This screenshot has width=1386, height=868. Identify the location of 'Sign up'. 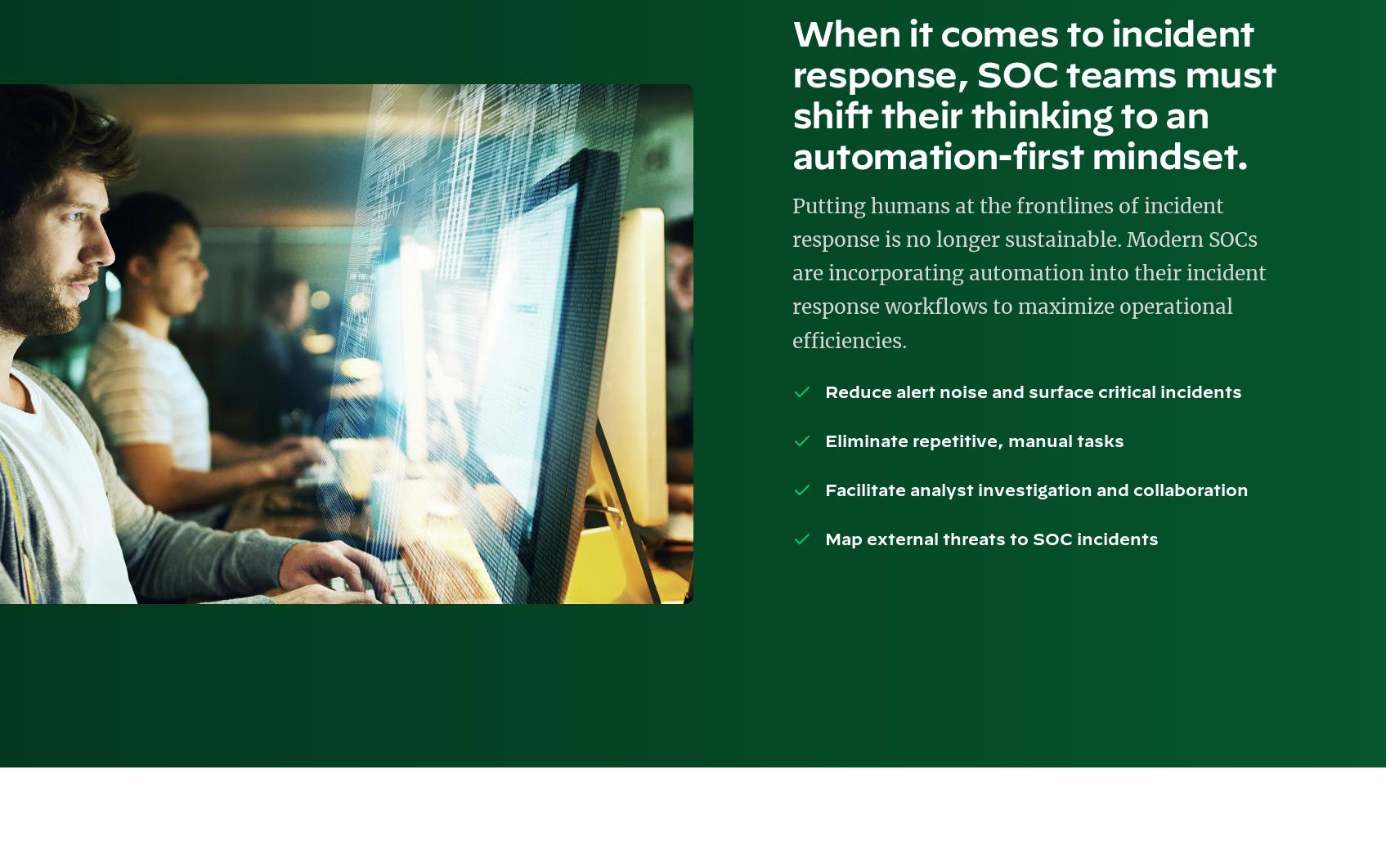
(987, 321).